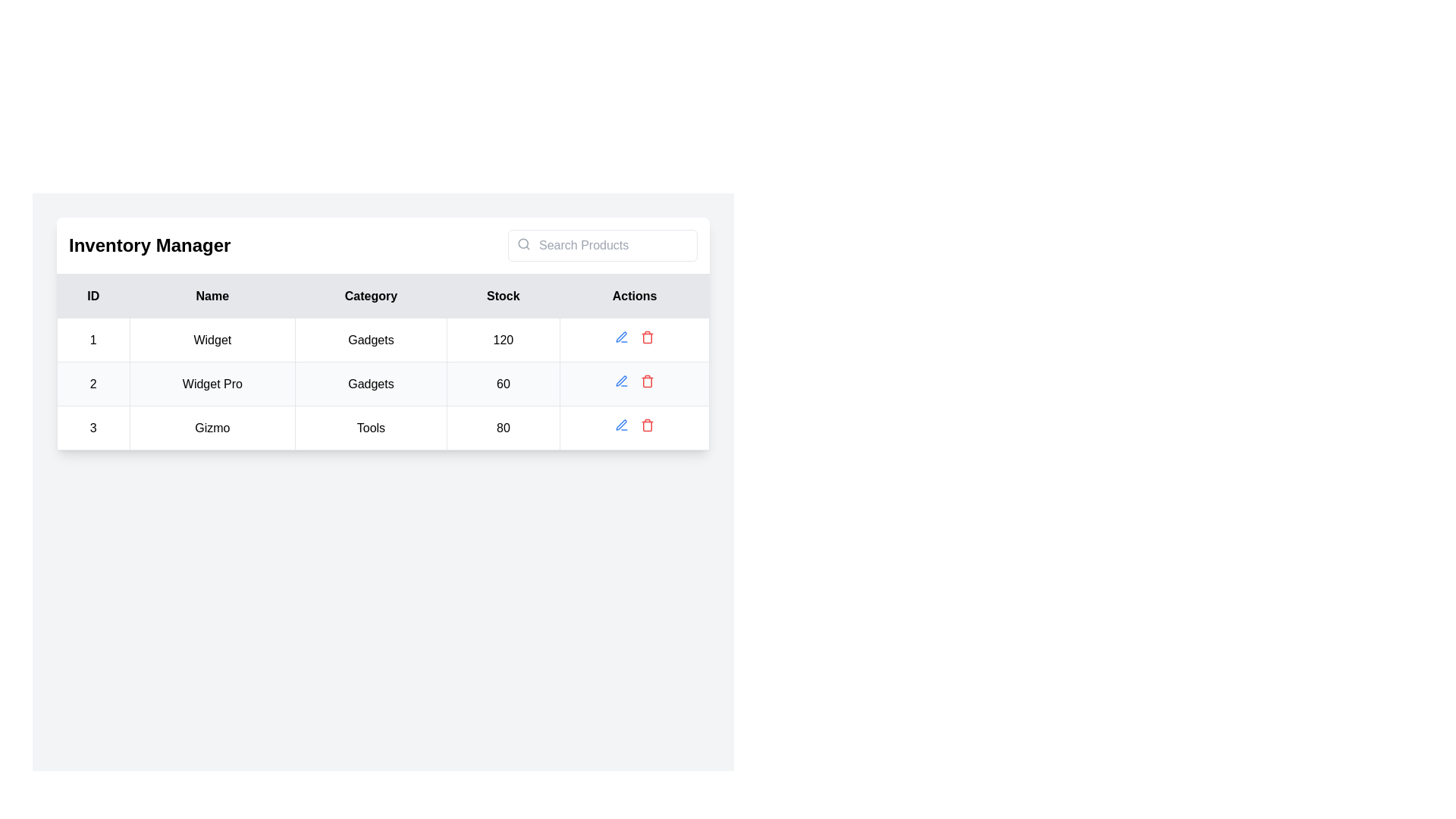 This screenshot has width=1456, height=819. Describe the element at coordinates (622, 380) in the screenshot. I see `the edit icon button in the Actions column for the 'Widget' product (ID: 1) to change its appearance` at that location.